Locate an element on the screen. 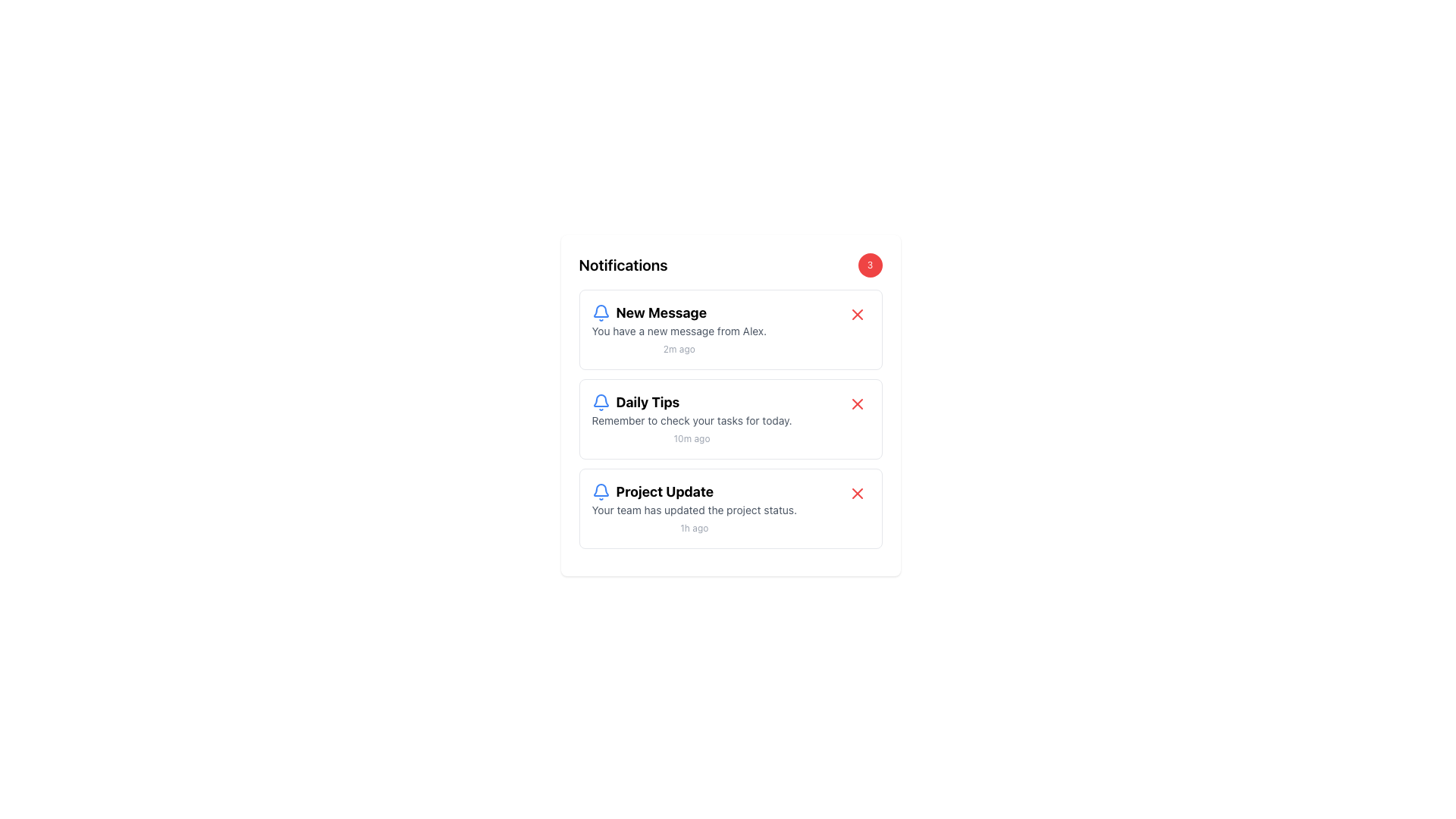  the 'New Message' text label element, which is styled with a bold font and aligned with a blue bell icon in the notification widget is located at coordinates (678, 312).